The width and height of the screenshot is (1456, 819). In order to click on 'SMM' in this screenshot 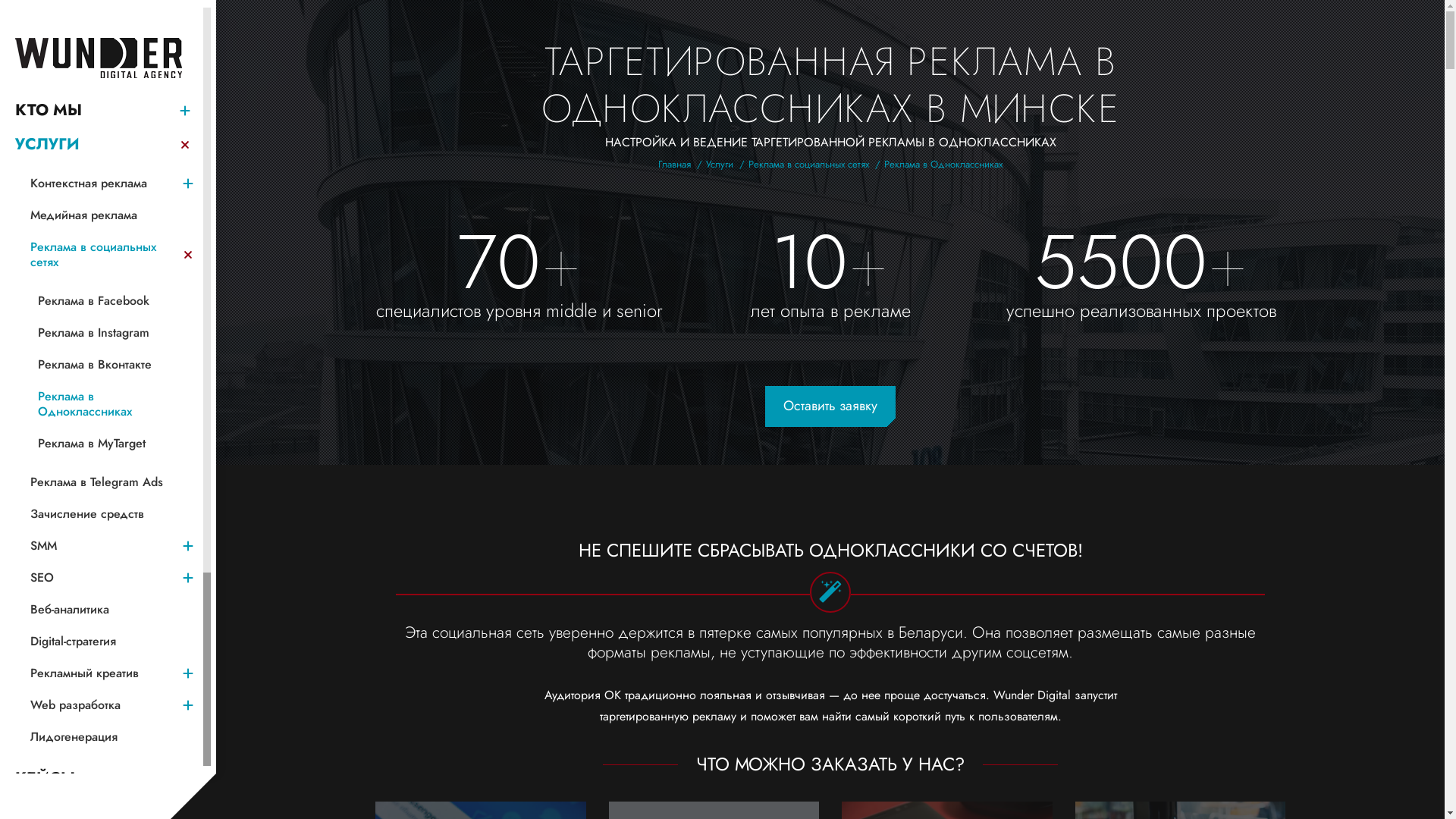, I will do `click(99, 546)`.